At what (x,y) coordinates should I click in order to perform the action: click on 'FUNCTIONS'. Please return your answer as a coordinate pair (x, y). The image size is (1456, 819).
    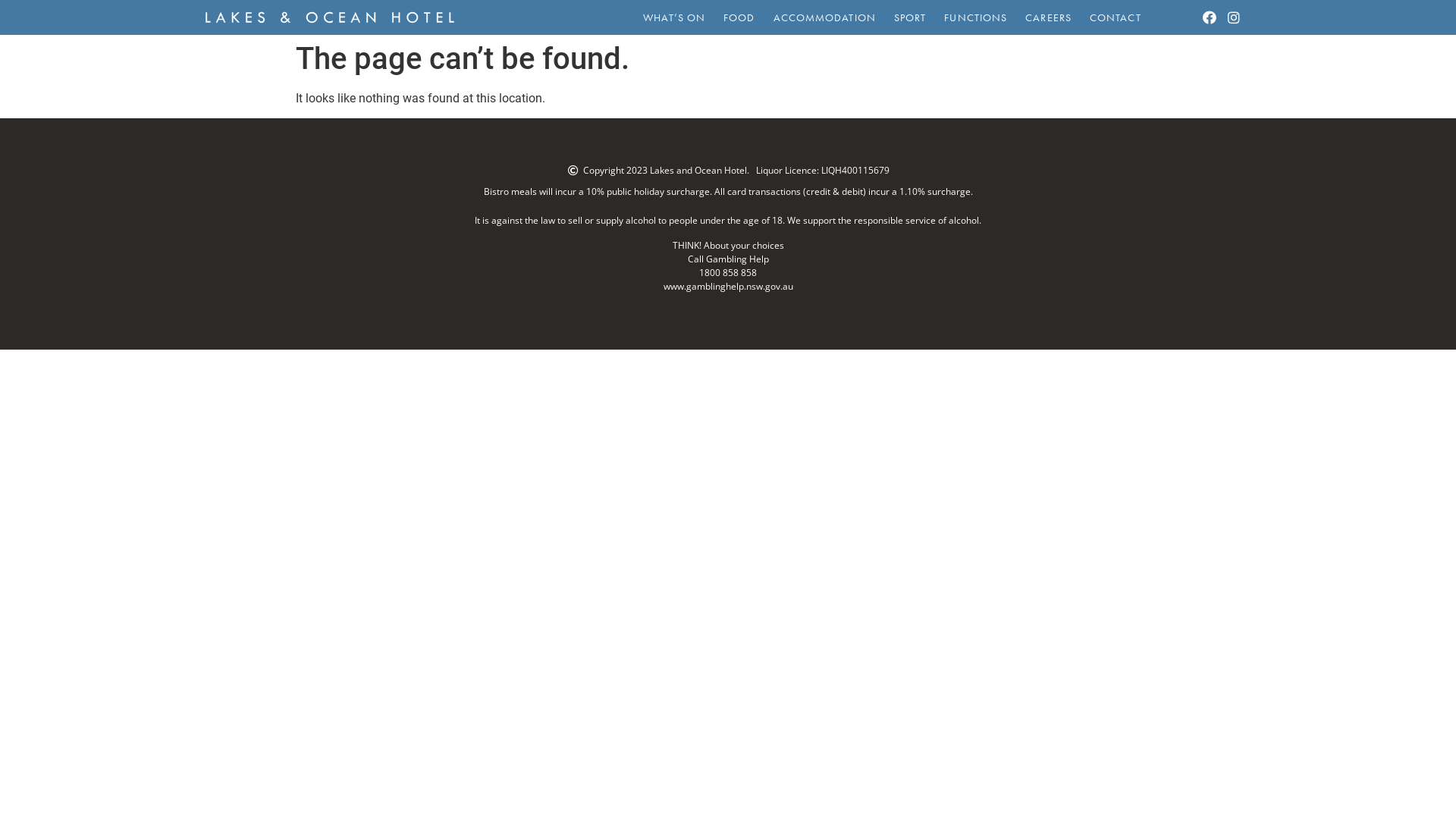
    Looking at the image, I should click on (975, 17).